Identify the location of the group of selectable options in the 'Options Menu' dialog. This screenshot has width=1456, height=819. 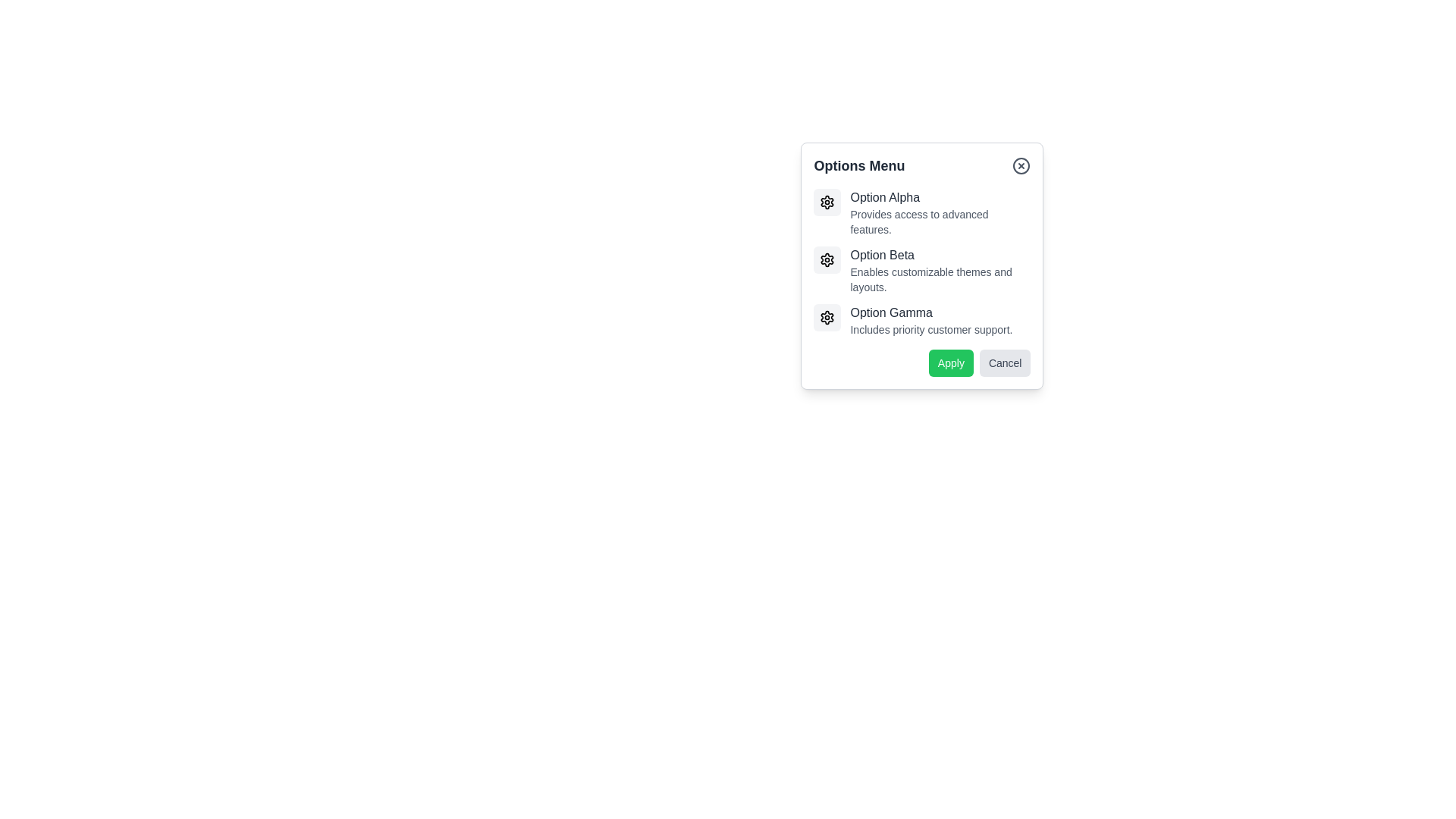
(921, 262).